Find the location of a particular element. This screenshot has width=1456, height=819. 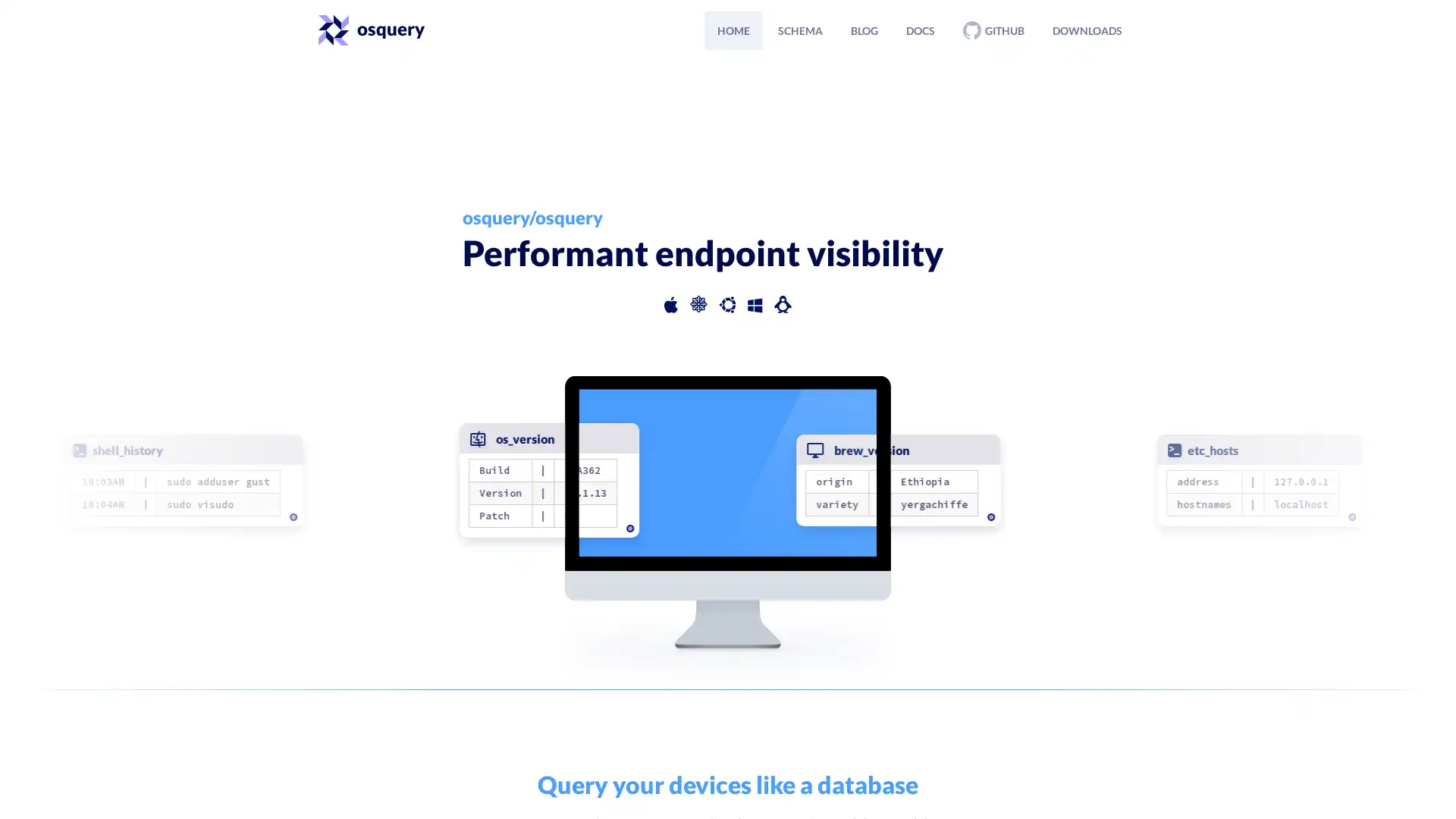

BLOG is located at coordinates (864, 30).